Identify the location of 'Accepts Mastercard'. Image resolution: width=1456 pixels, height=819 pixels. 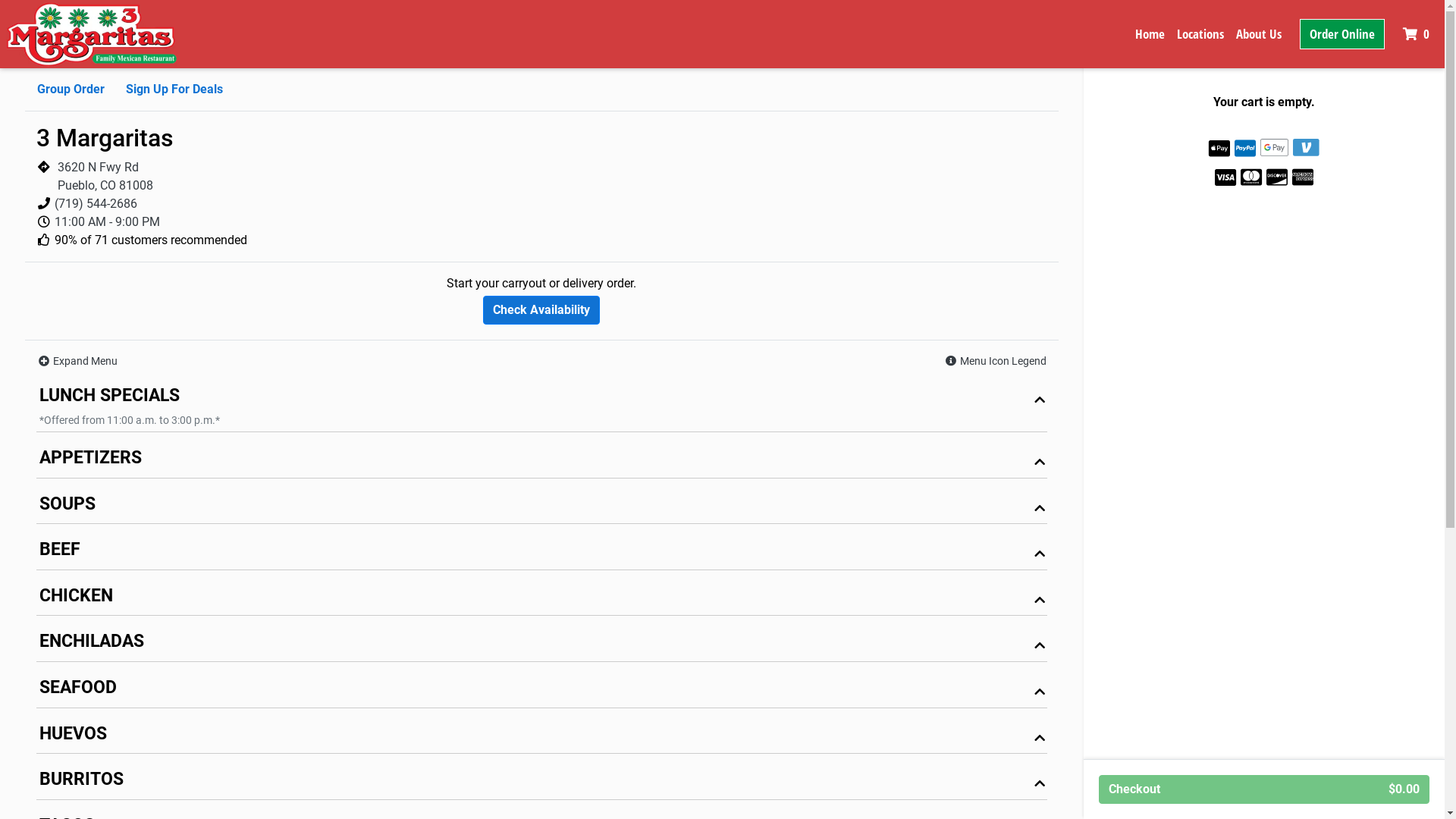
(1241, 175).